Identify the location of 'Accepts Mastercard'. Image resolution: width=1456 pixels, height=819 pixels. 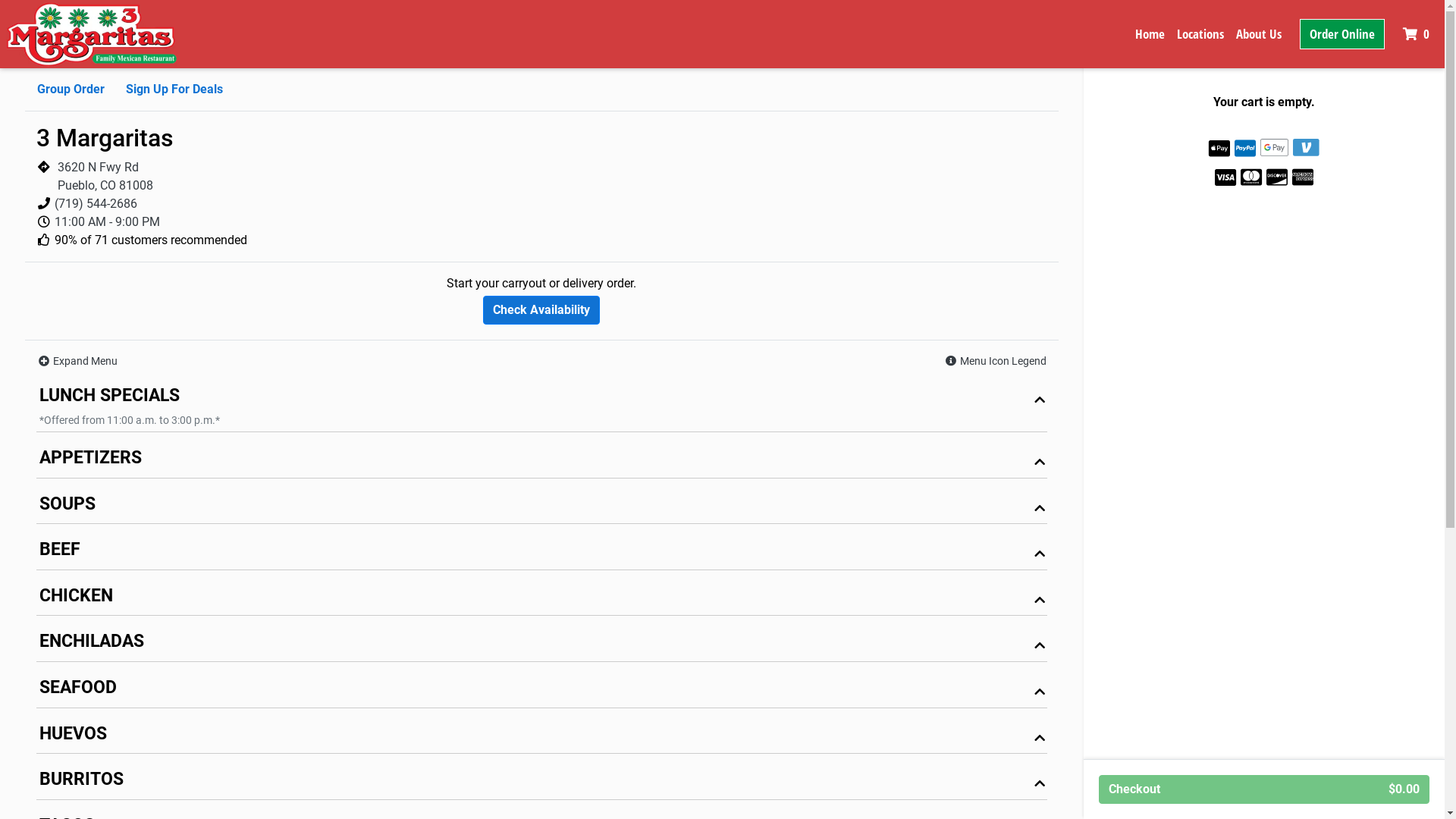
(1241, 175).